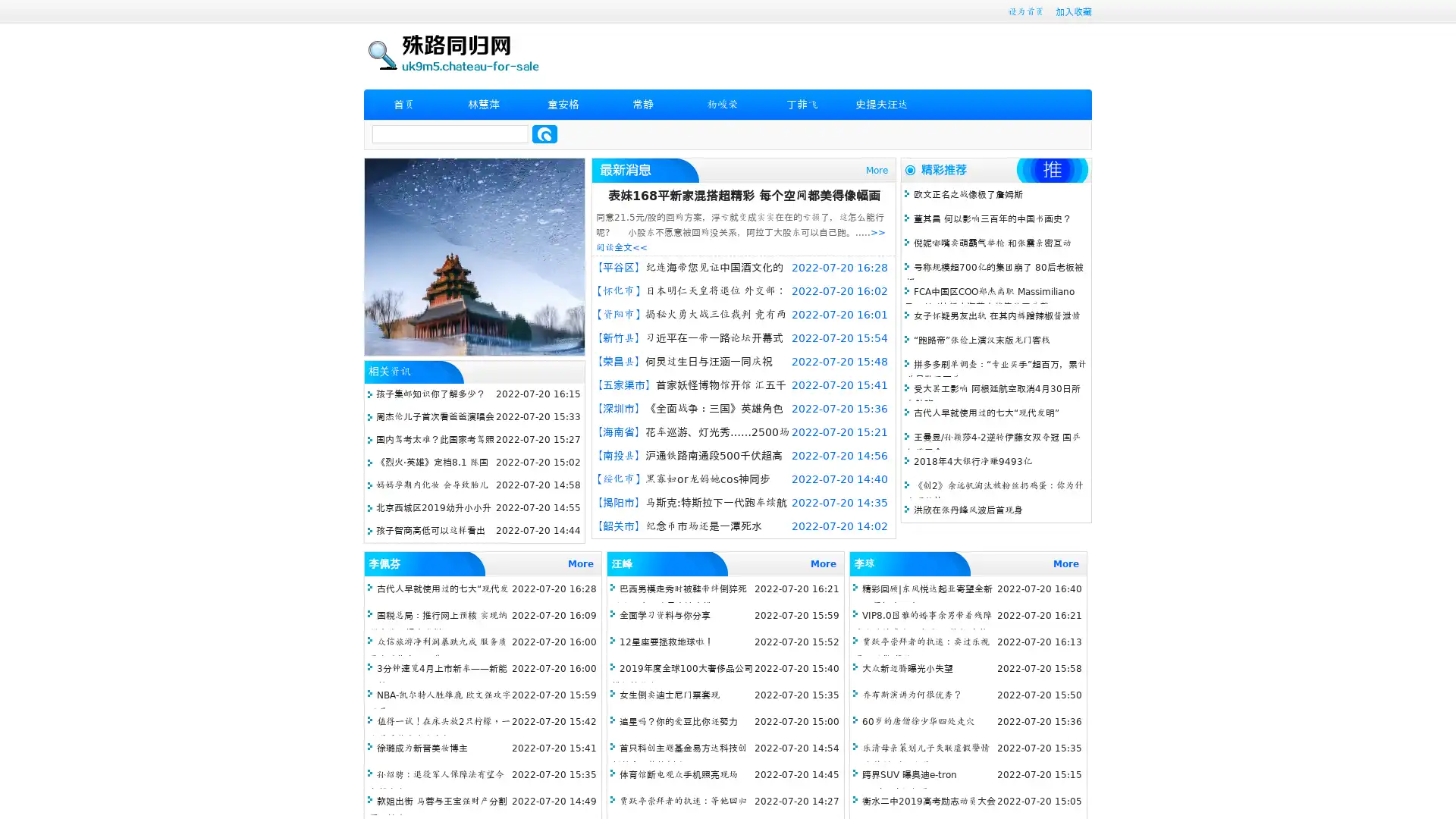  Describe the element at coordinates (544, 133) in the screenshot. I see `Search` at that location.